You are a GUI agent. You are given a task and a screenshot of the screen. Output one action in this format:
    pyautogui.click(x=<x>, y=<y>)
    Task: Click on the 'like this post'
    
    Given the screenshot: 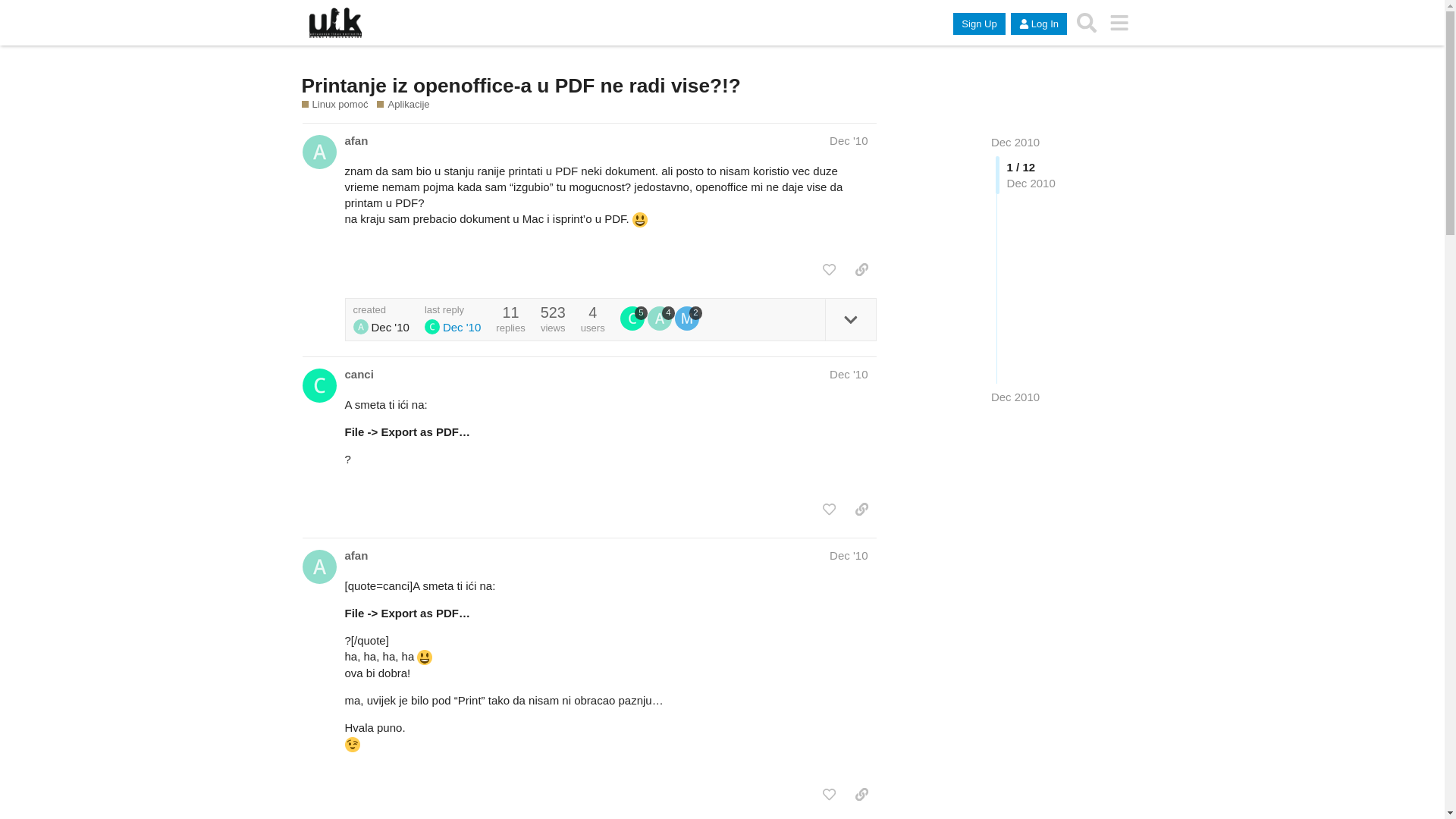 What is the action you would take?
    pyautogui.click(x=828, y=794)
    